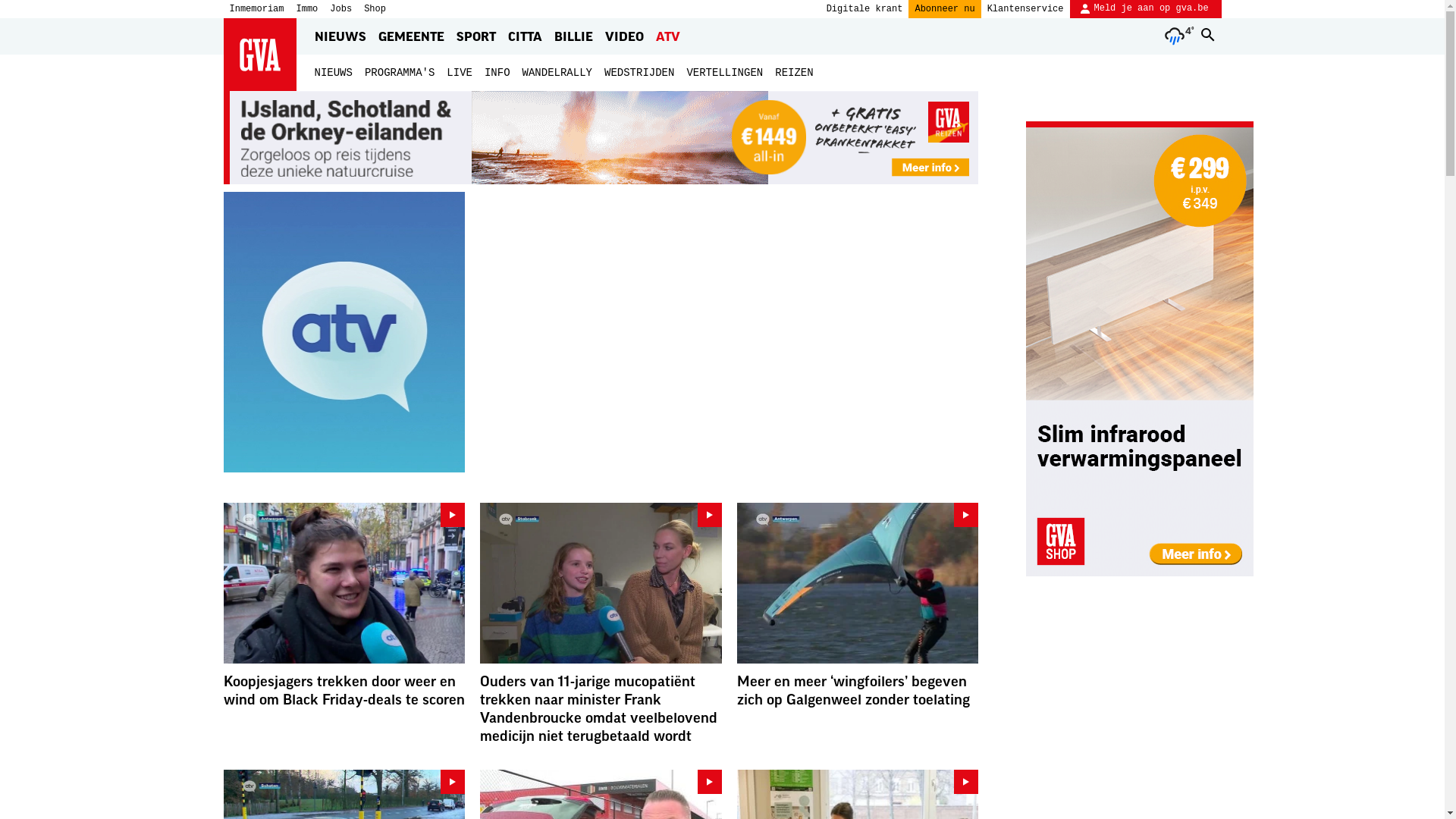  What do you see at coordinates (549, 35) in the screenshot?
I see `'BILLIE'` at bounding box center [549, 35].